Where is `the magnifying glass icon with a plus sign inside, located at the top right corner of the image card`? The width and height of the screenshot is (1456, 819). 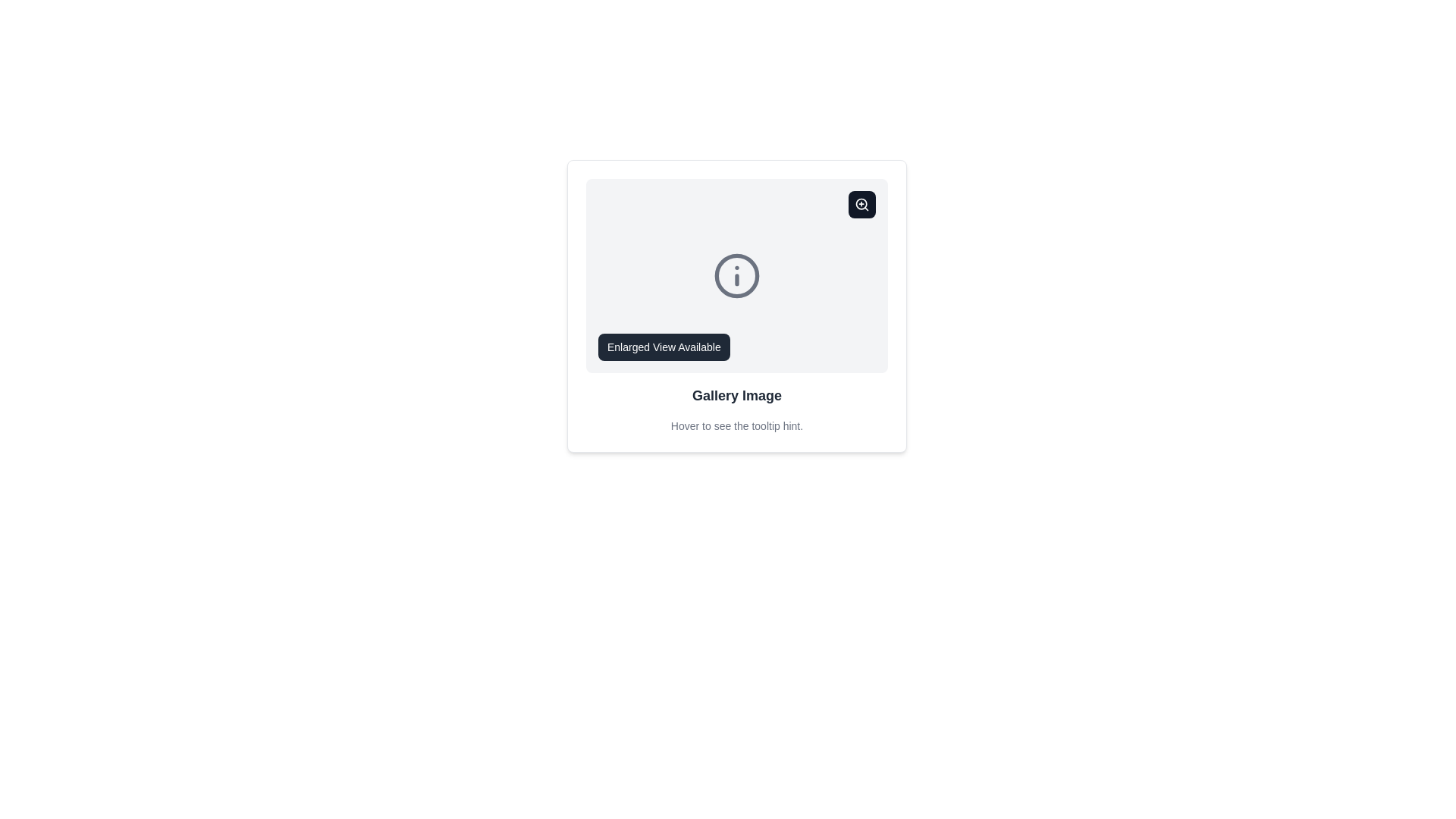
the magnifying glass icon with a plus sign inside, located at the top right corner of the image card is located at coordinates (862, 205).